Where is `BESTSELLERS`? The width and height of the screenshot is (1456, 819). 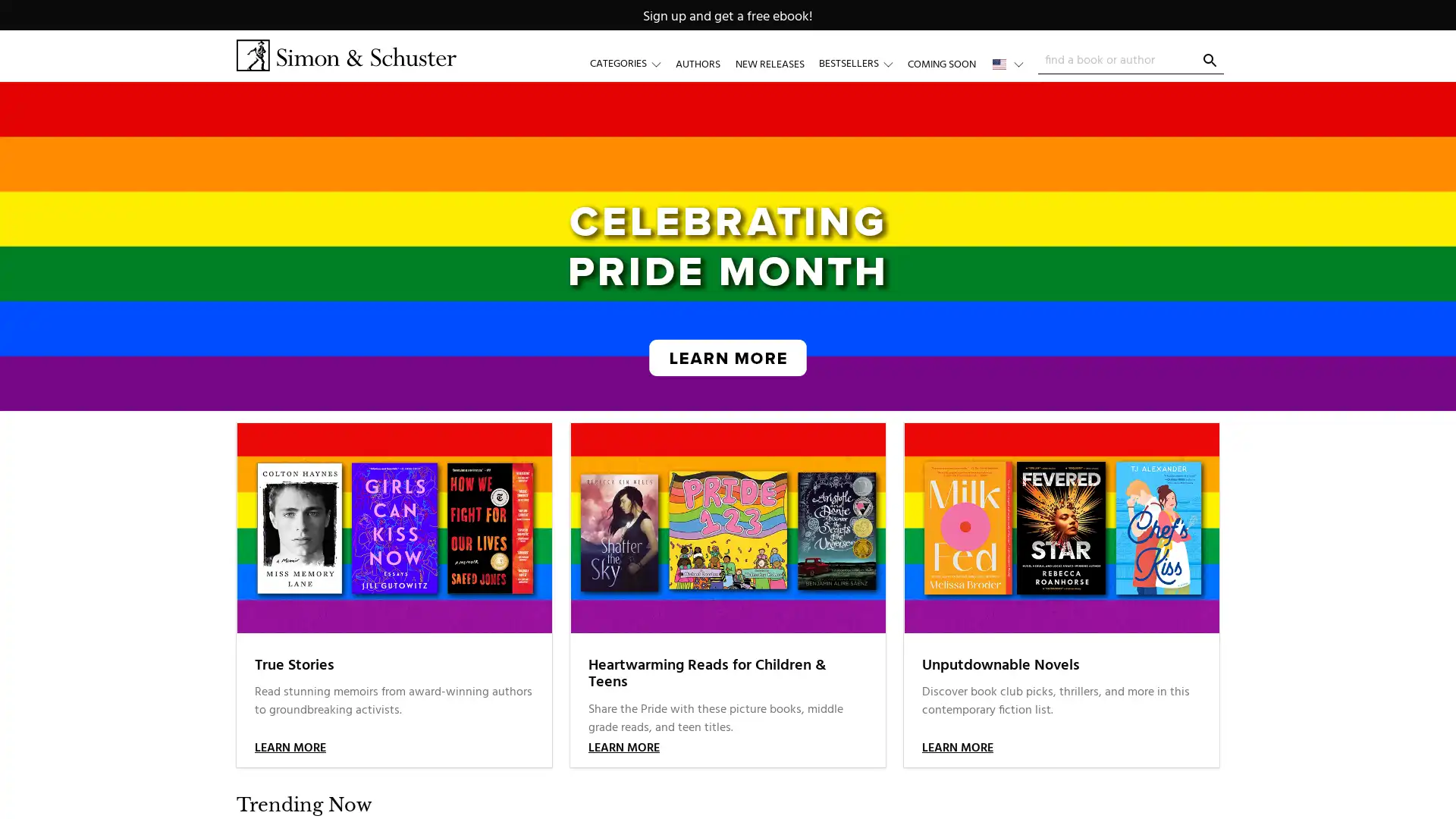 BESTSELLERS is located at coordinates (862, 63).